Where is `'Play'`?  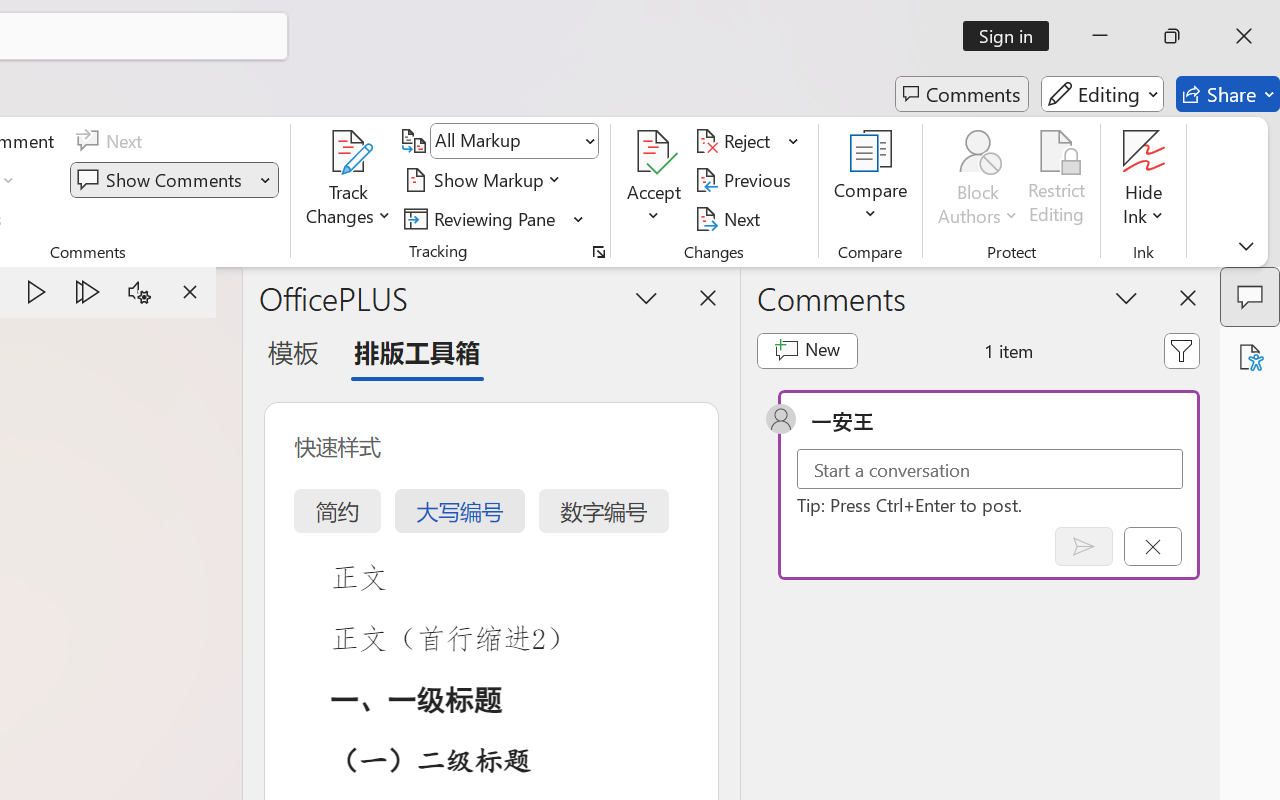
'Play' is located at coordinates (37, 292).